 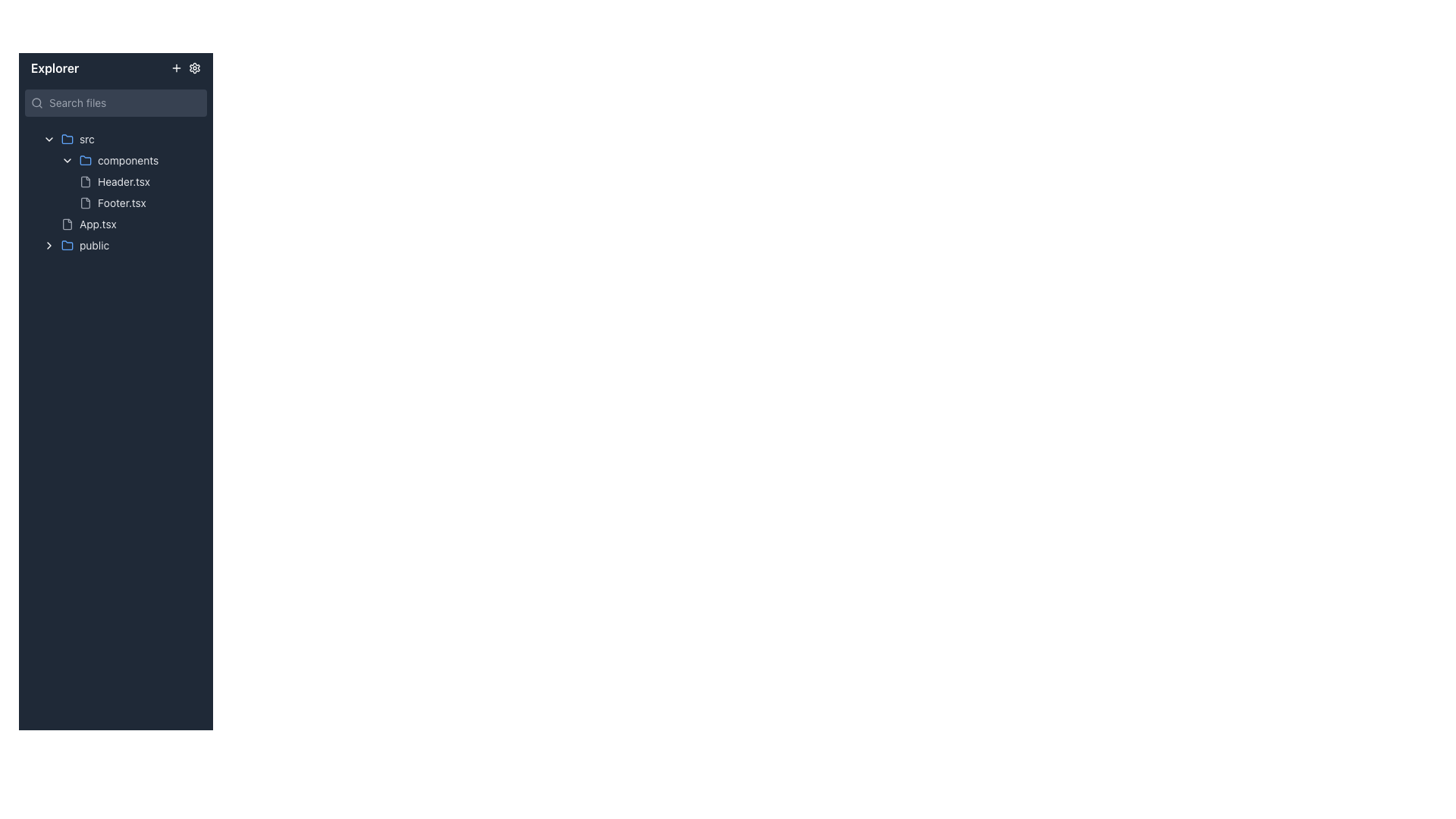 What do you see at coordinates (130, 224) in the screenshot?
I see `the clickable file item labeled 'App.tsx' located under the 'src' directory in the sidebar file explorer` at bounding box center [130, 224].